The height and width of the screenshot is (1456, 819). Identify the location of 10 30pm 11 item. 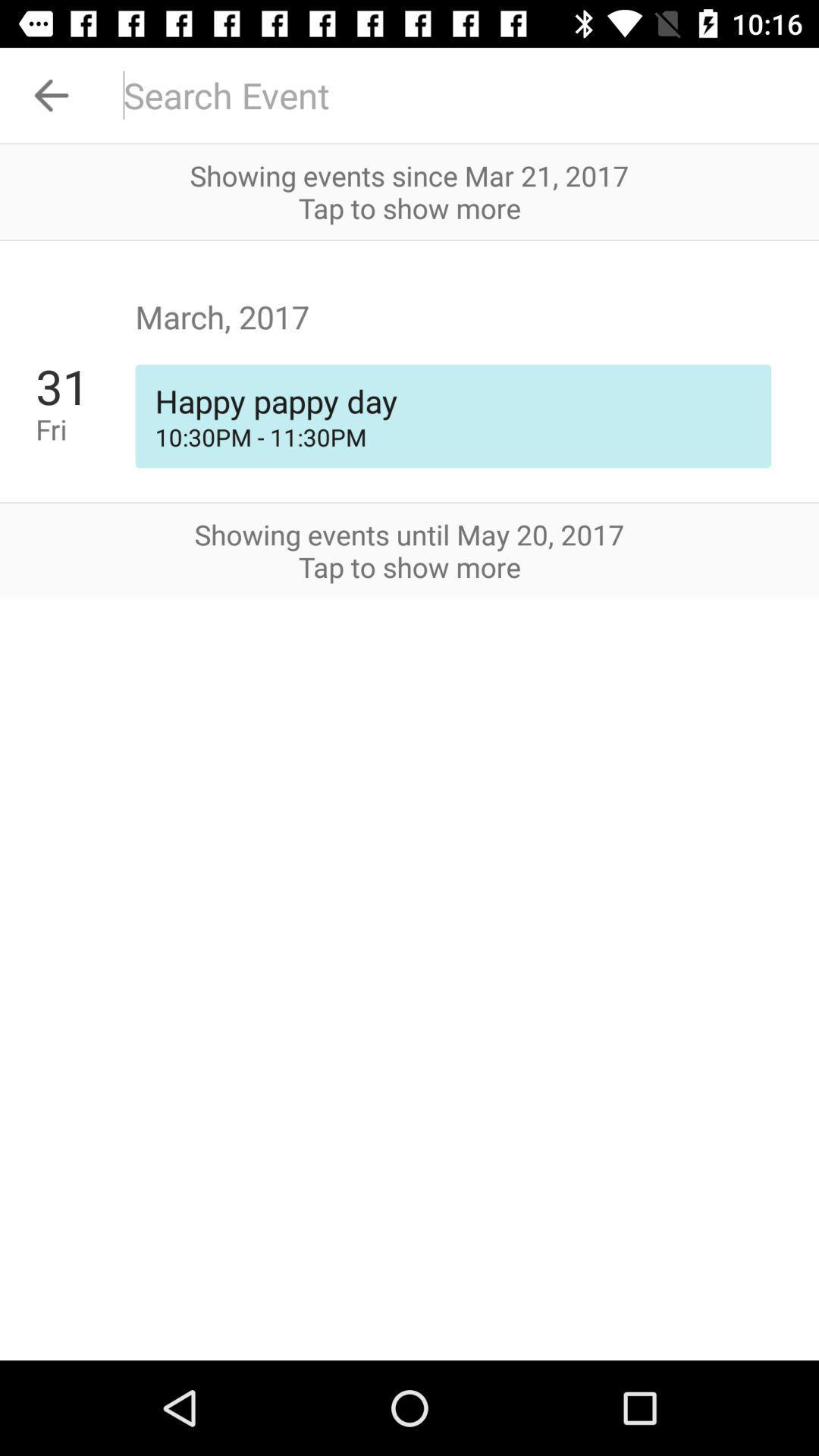
(452, 436).